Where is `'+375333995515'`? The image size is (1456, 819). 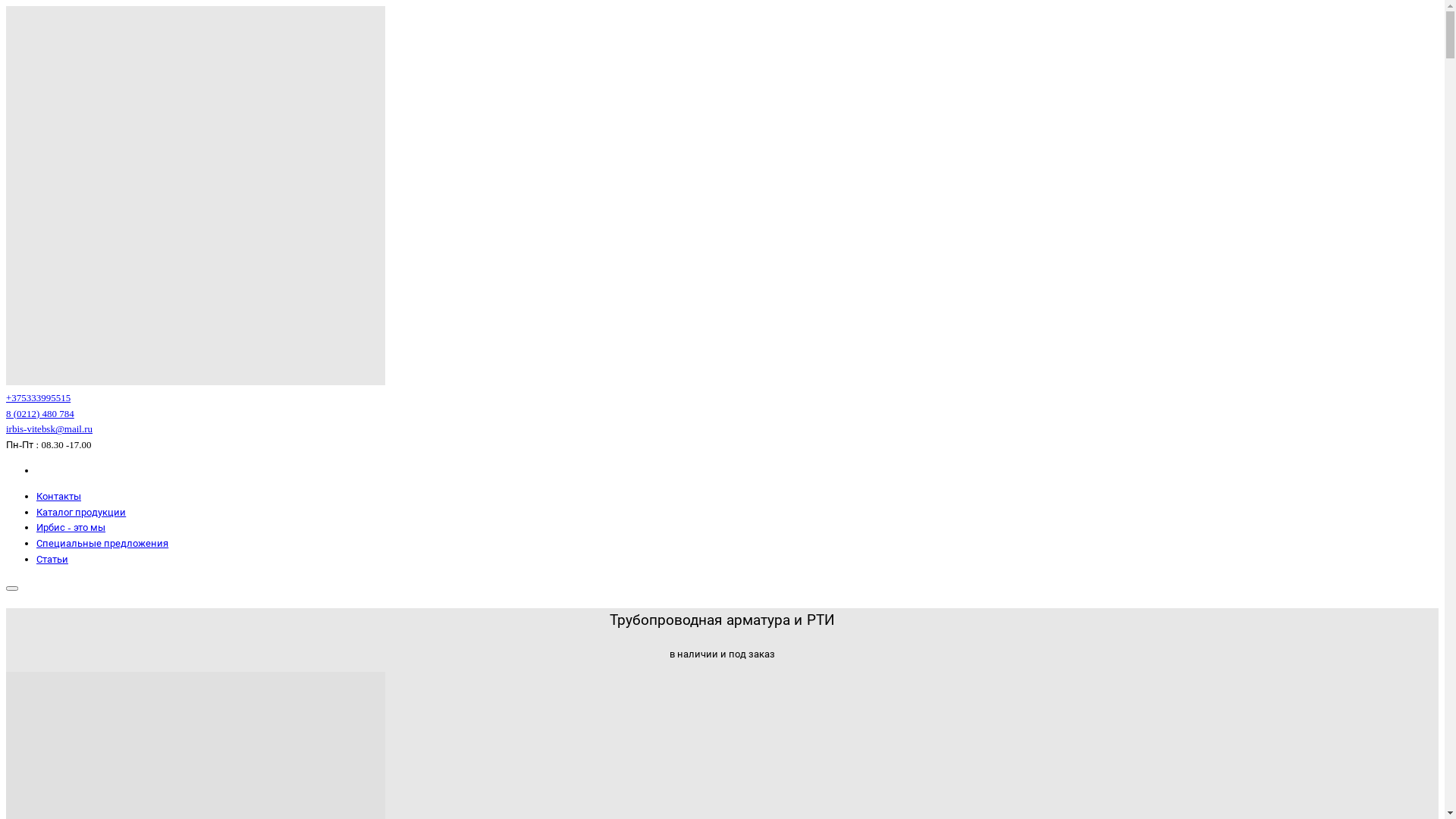 '+375333995515' is located at coordinates (38, 397).